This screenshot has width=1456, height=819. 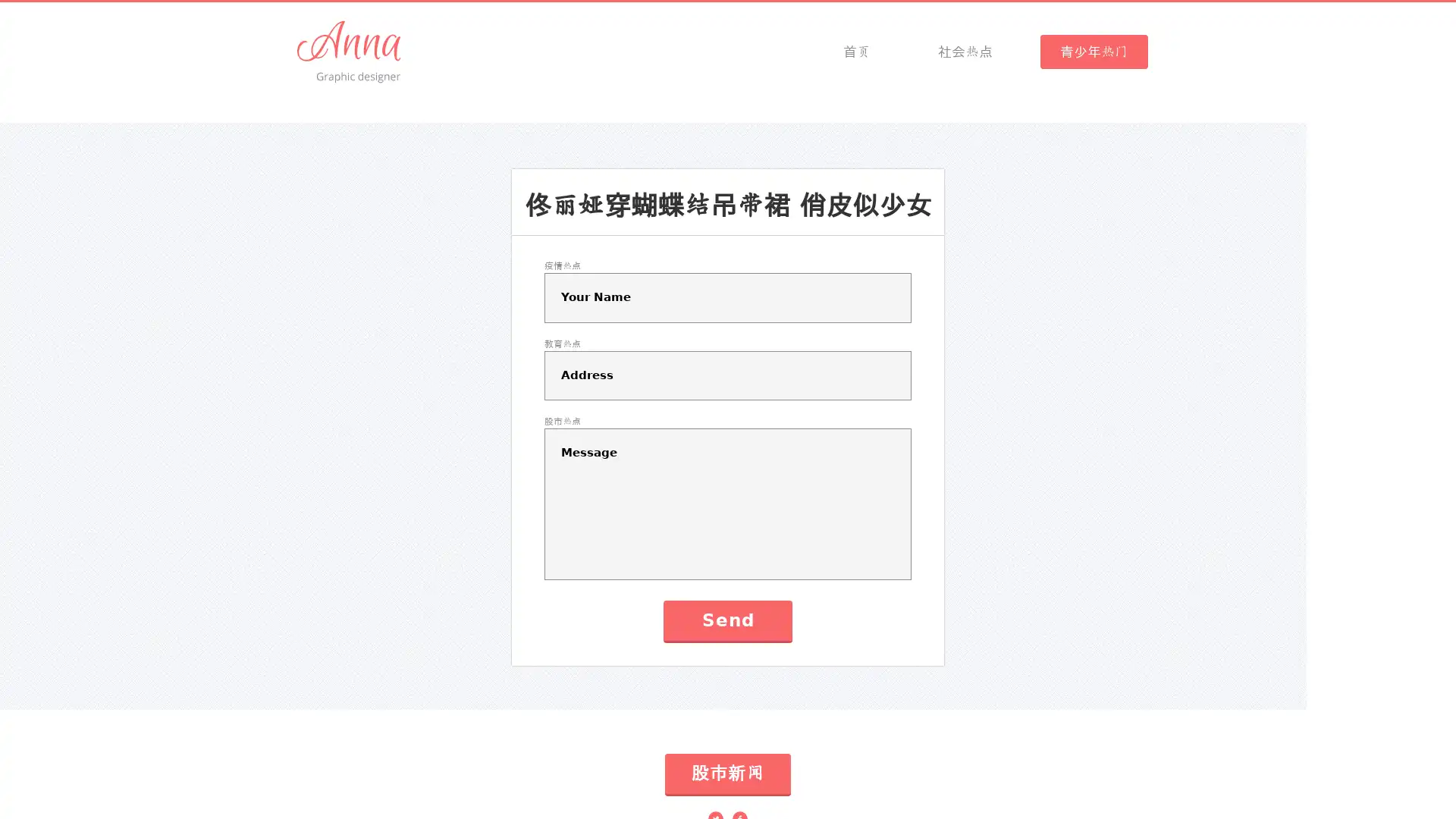 I want to click on Send, so click(x=726, y=622).